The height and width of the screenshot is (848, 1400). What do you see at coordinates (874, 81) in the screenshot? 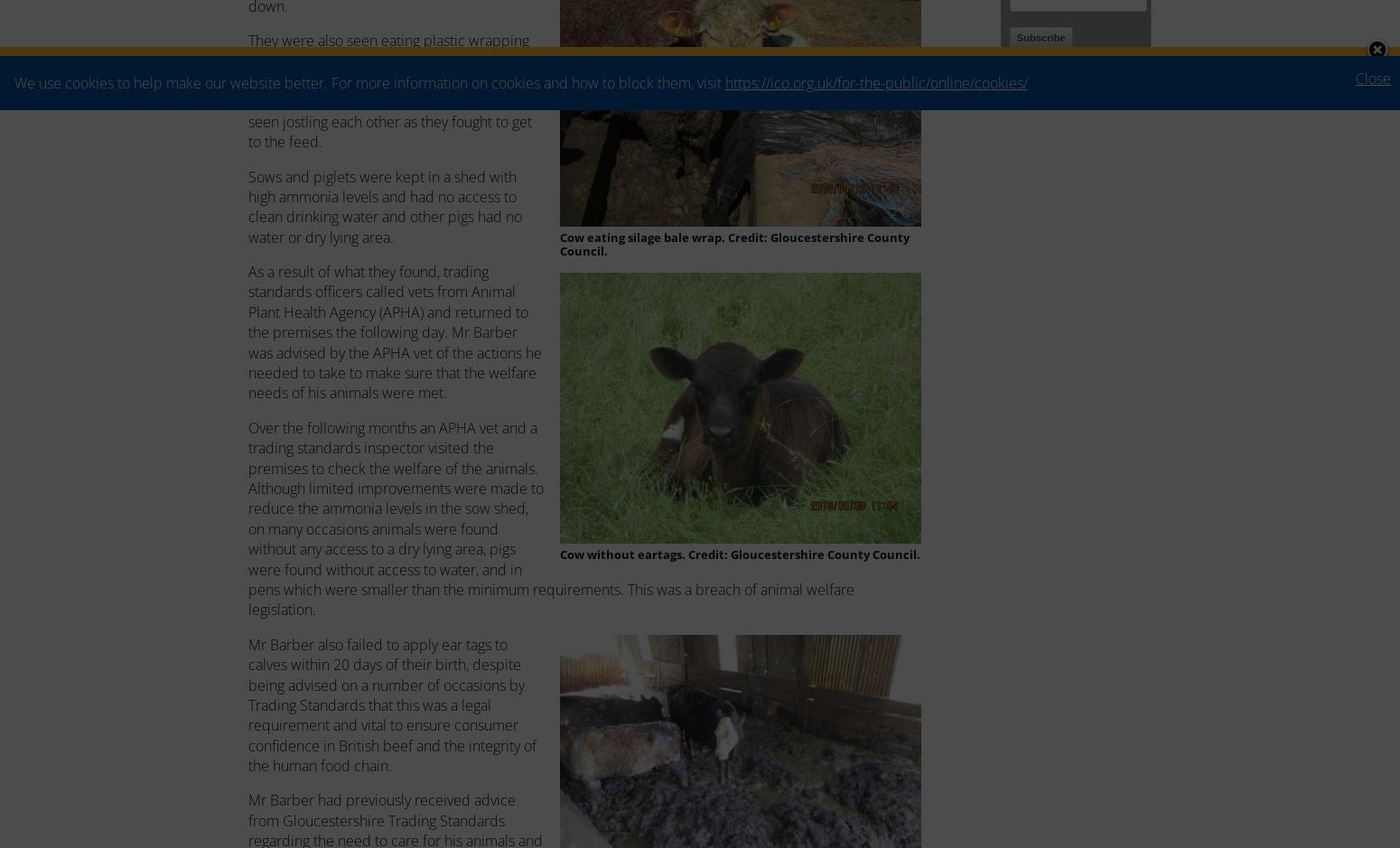
I see `'https://ico.org.uk/for-the-public/online/cookies/'` at bounding box center [874, 81].